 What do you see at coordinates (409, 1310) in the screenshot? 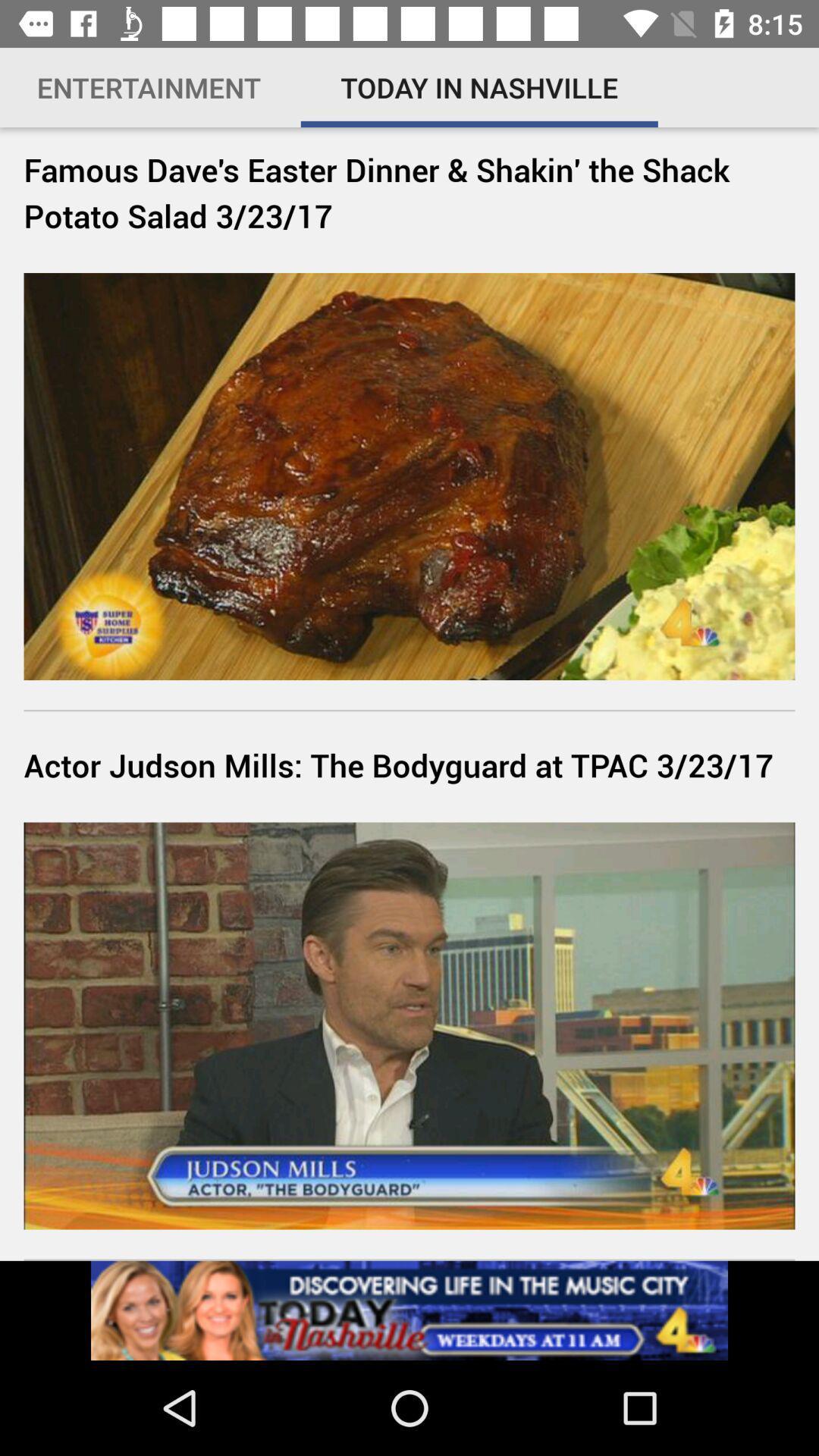
I see `visit today nashville` at bounding box center [409, 1310].